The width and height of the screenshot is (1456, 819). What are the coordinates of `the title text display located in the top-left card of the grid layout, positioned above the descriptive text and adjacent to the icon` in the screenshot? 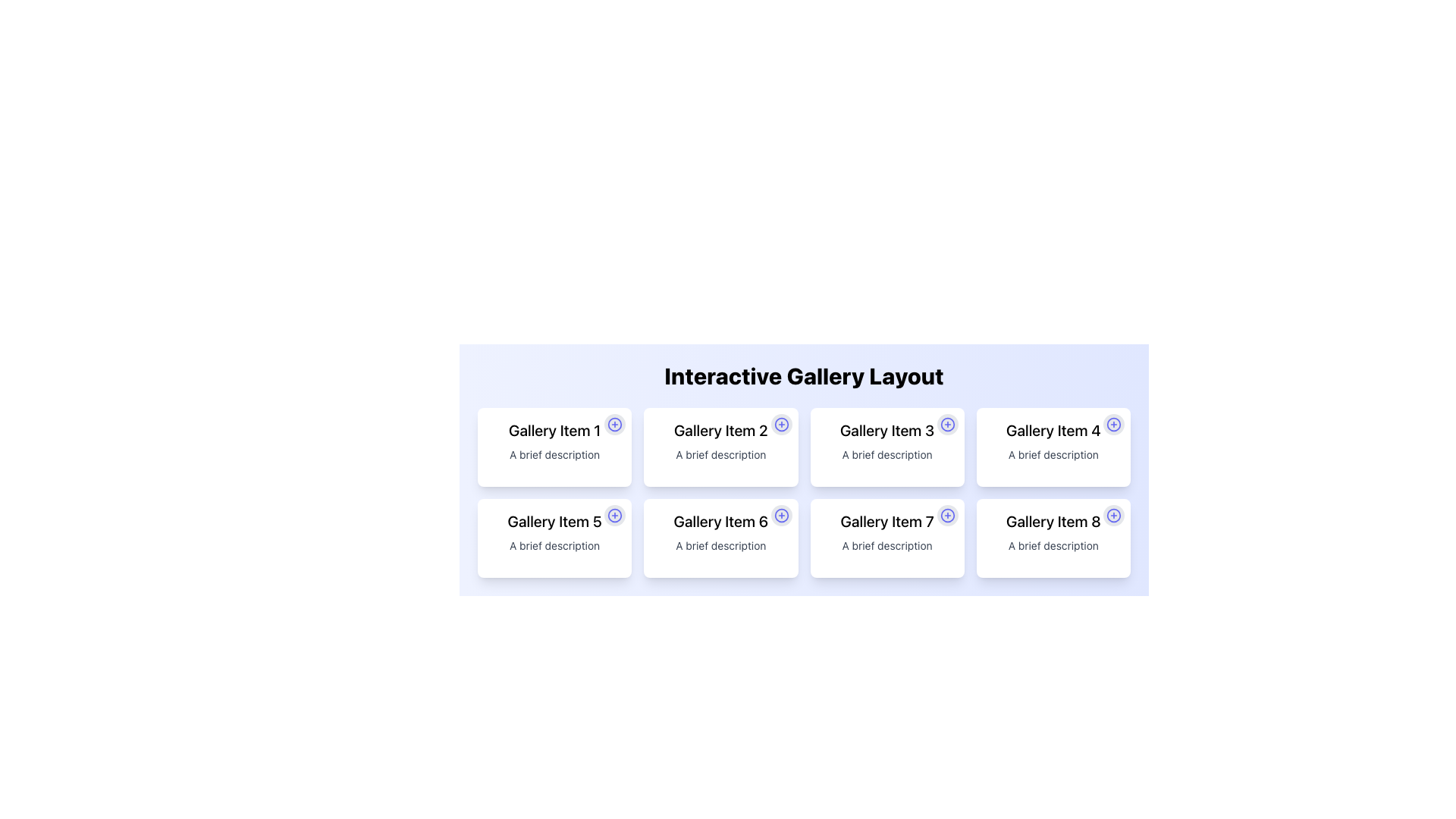 It's located at (554, 430).